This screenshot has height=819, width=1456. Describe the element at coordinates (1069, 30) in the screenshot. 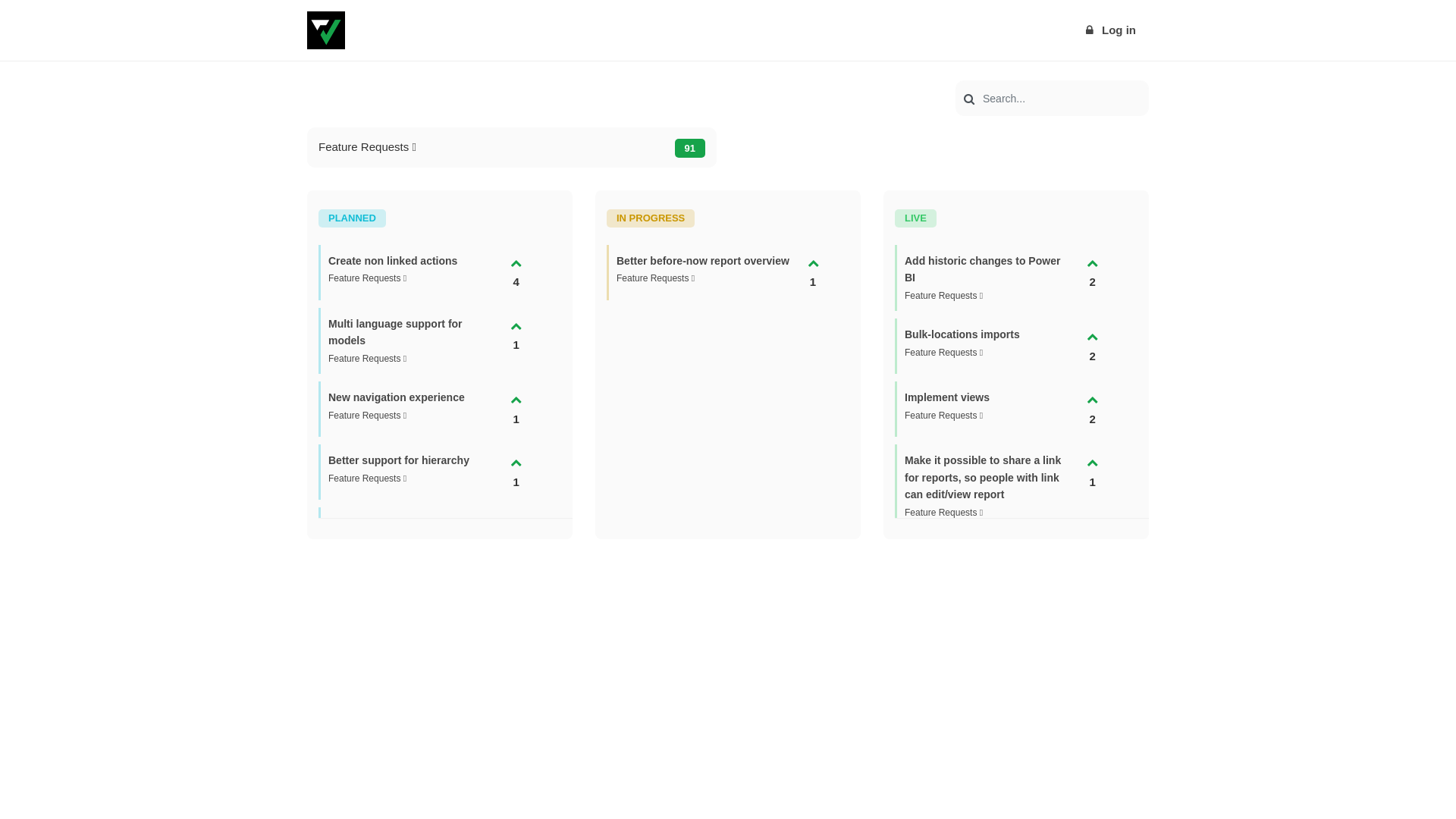

I see `'Log in'` at that location.